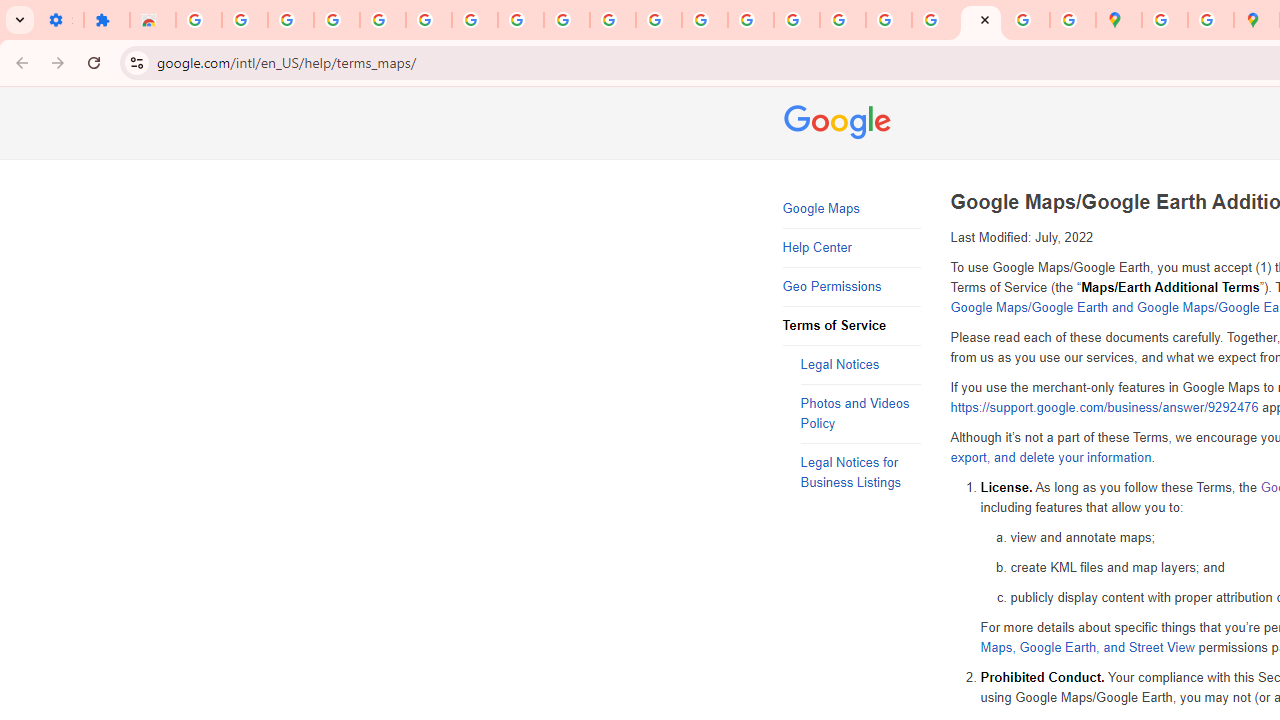 The height and width of the screenshot is (720, 1280). Describe the element at coordinates (851, 247) in the screenshot. I see `'Help Center'` at that location.